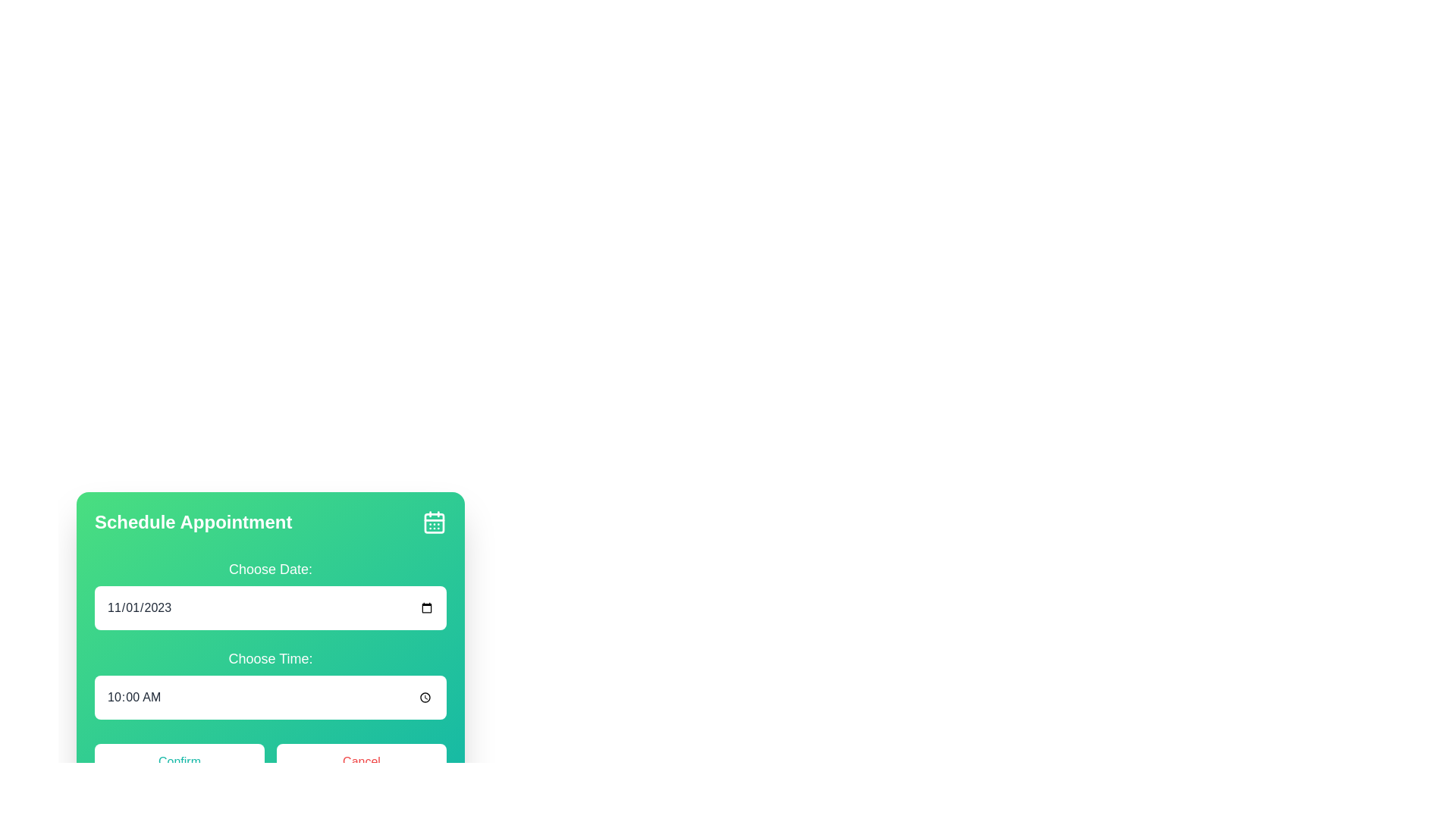 This screenshot has width=1456, height=819. I want to click on the calendar icon located in the top-right corner of the 'Schedule Appointment' section, which is aligned with the title text and vertically centered within the title bar, so click(433, 522).